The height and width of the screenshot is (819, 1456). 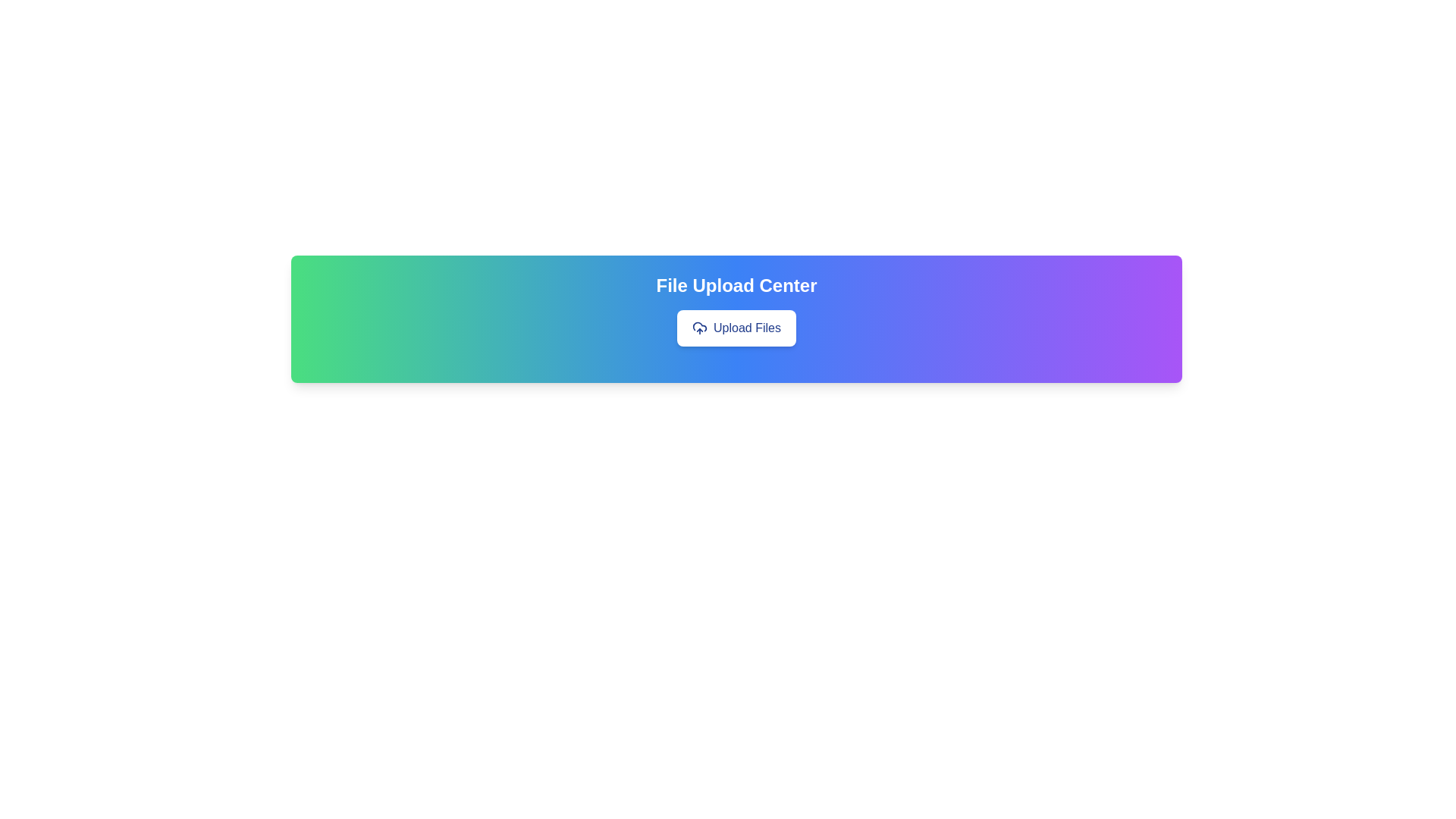 What do you see at coordinates (736, 327) in the screenshot?
I see `the file upload button located below the 'File Upload Center' text` at bounding box center [736, 327].